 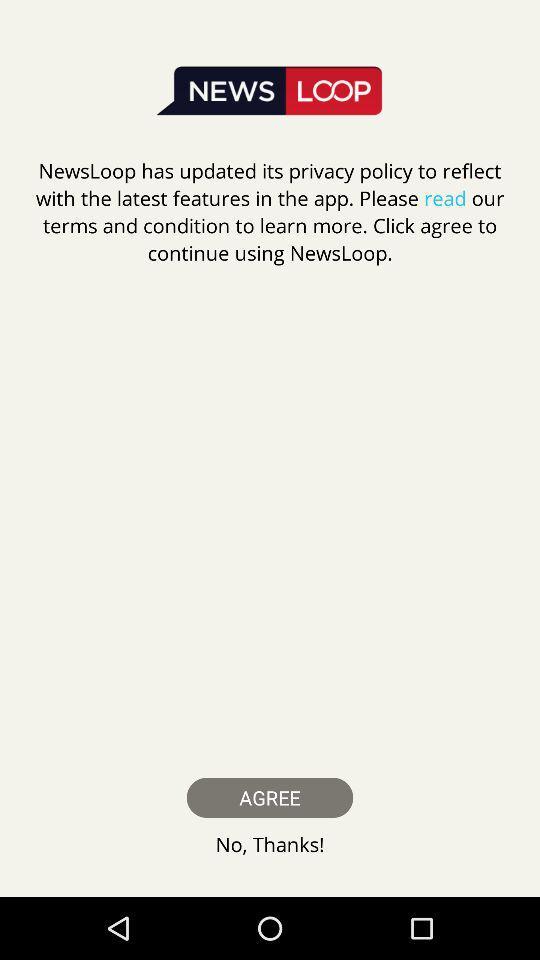 What do you see at coordinates (270, 211) in the screenshot?
I see `the item above the agree item` at bounding box center [270, 211].